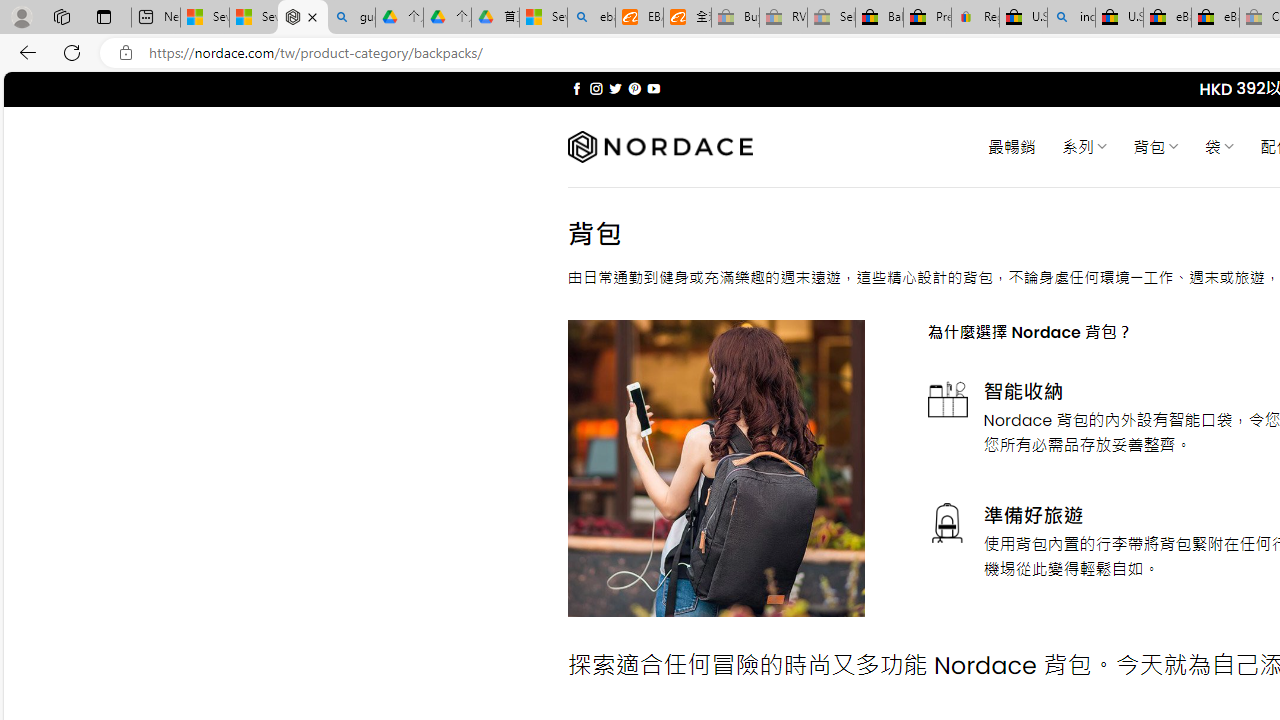  What do you see at coordinates (976, 17) in the screenshot?
I see `'Register: Create a personal eBay account'` at bounding box center [976, 17].